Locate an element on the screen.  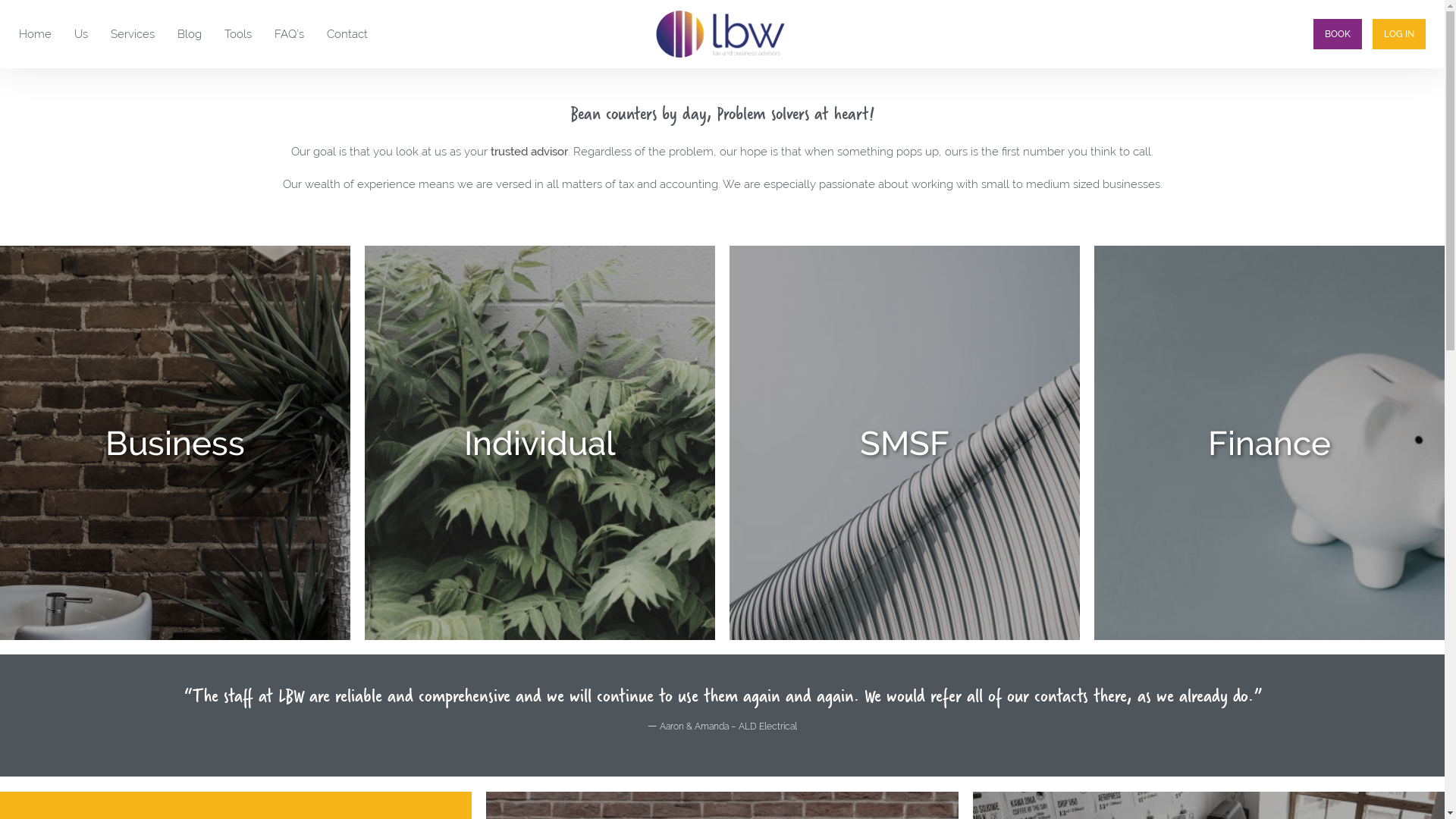
'Us' is located at coordinates (80, 34).